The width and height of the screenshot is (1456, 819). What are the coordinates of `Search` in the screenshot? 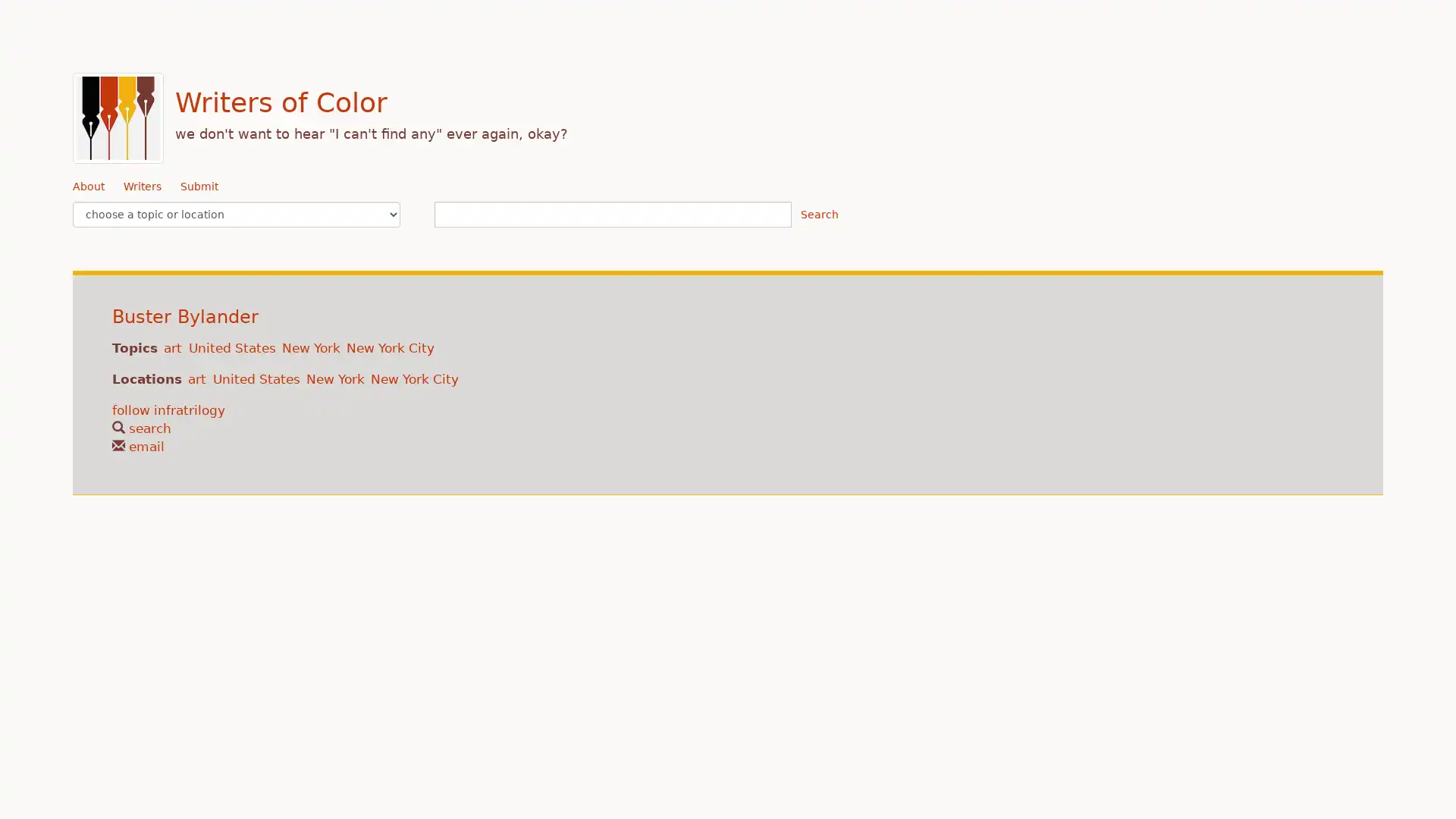 It's located at (818, 214).